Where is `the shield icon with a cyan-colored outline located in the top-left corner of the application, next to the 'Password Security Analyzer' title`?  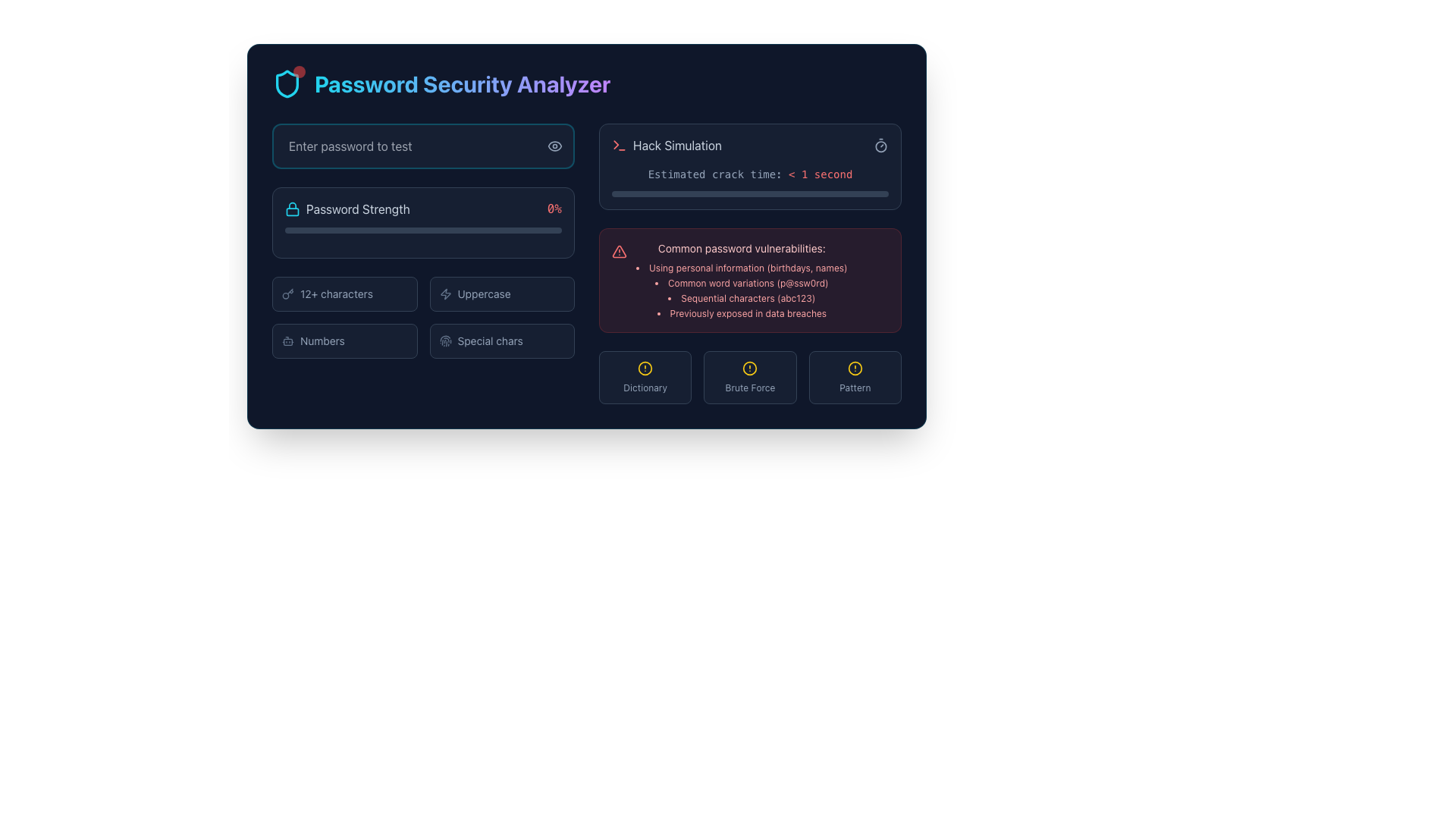 the shield icon with a cyan-colored outline located in the top-left corner of the application, next to the 'Password Security Analyzer' title is located at coordinates (287, 84).